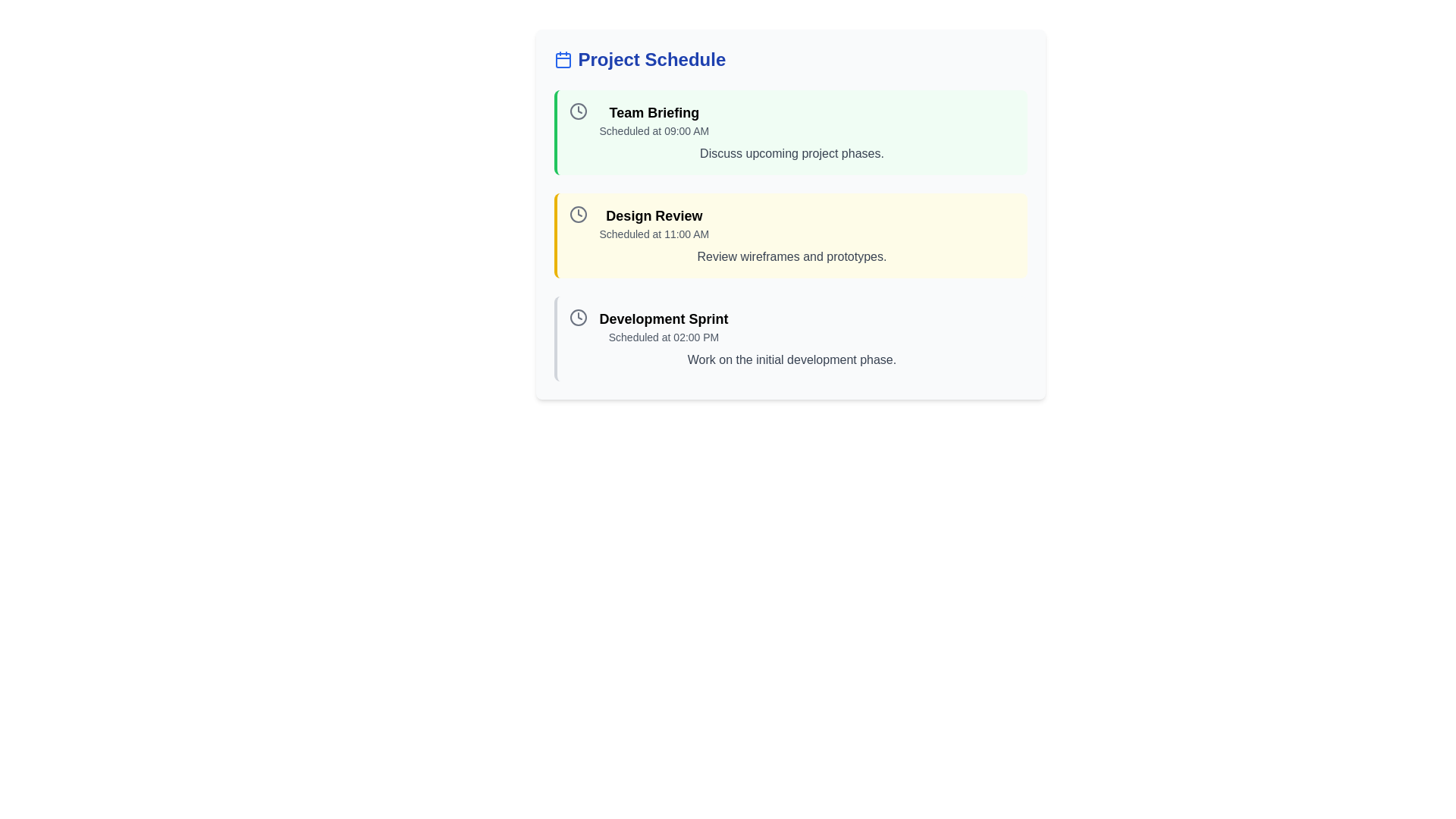 The image size is (1456, 819). I want to click on the icon indicating the scheduled event time for '09:00 AM' next to the 'Team Briefing' text, so click(577, 110).